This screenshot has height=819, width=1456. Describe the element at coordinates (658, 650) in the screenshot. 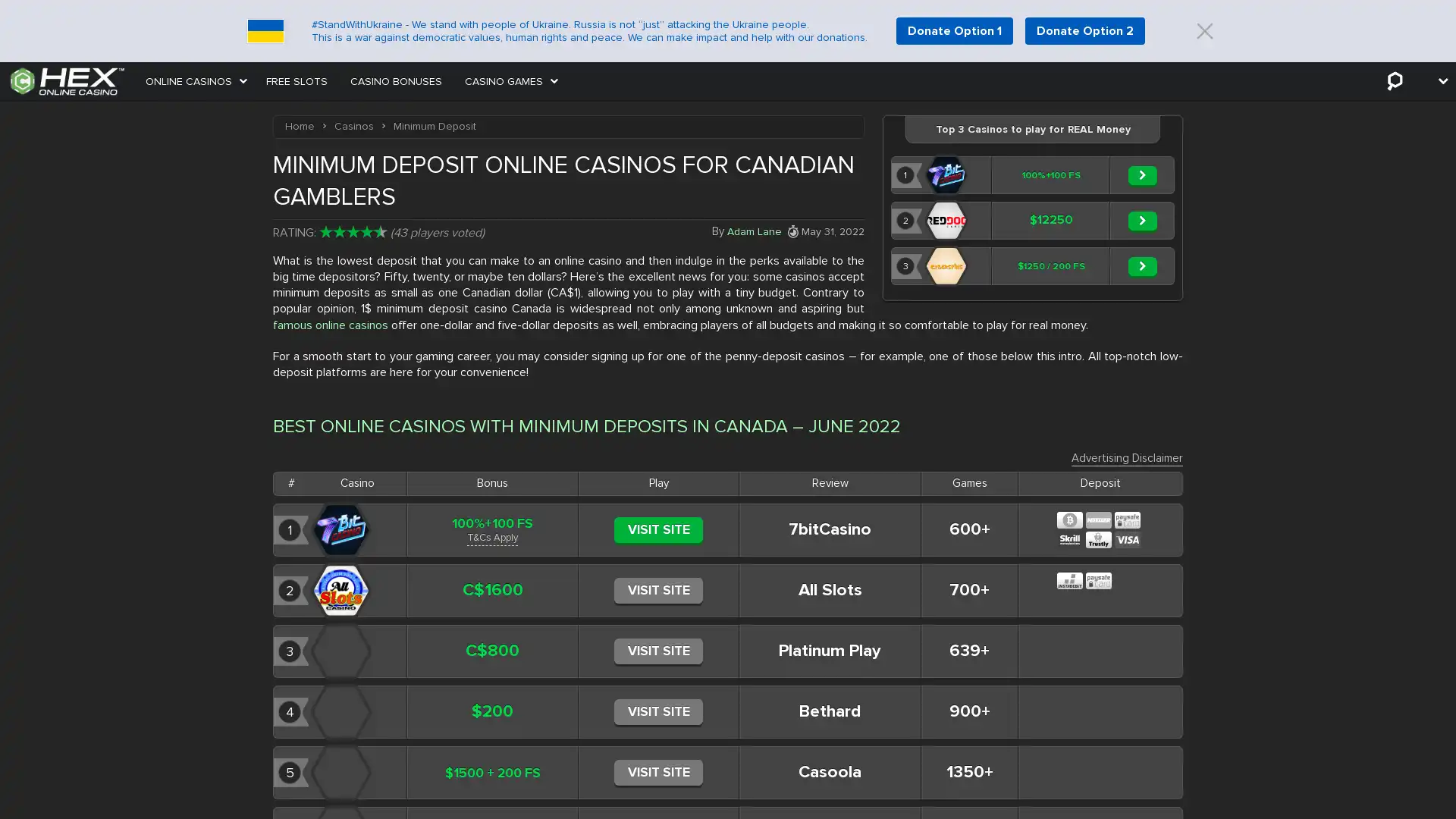

I see `VISIT SITE` at that location.